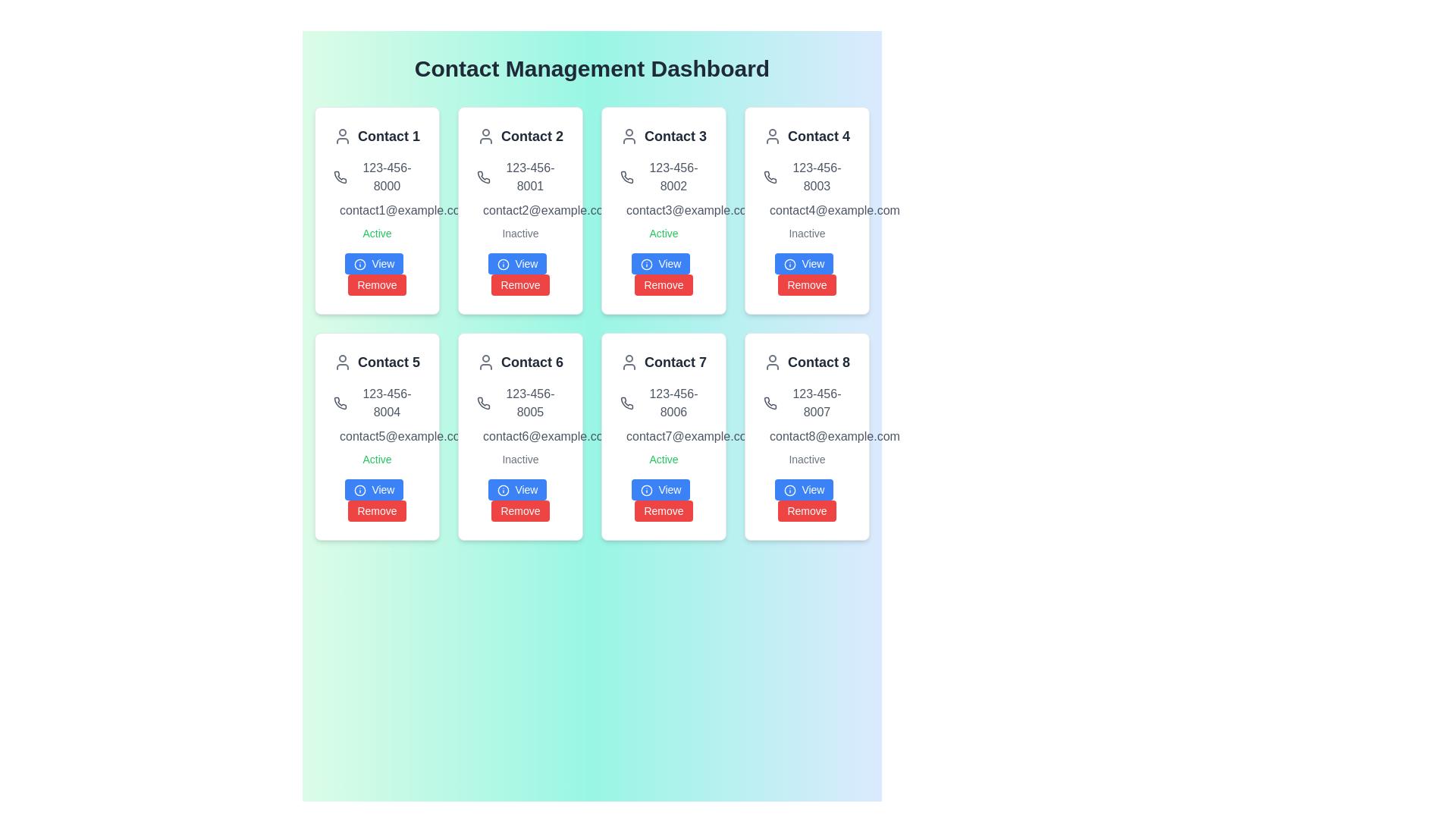 Image resolution: width=1456 pixels, height=819 pixels. I want to click on the text label displaying 'Active', which is styled in green and located within the card for 'Contact 3', positioned below the email 'contact3@example.com' and above the buttons 'View' and 'Remove', so click(664, 234).